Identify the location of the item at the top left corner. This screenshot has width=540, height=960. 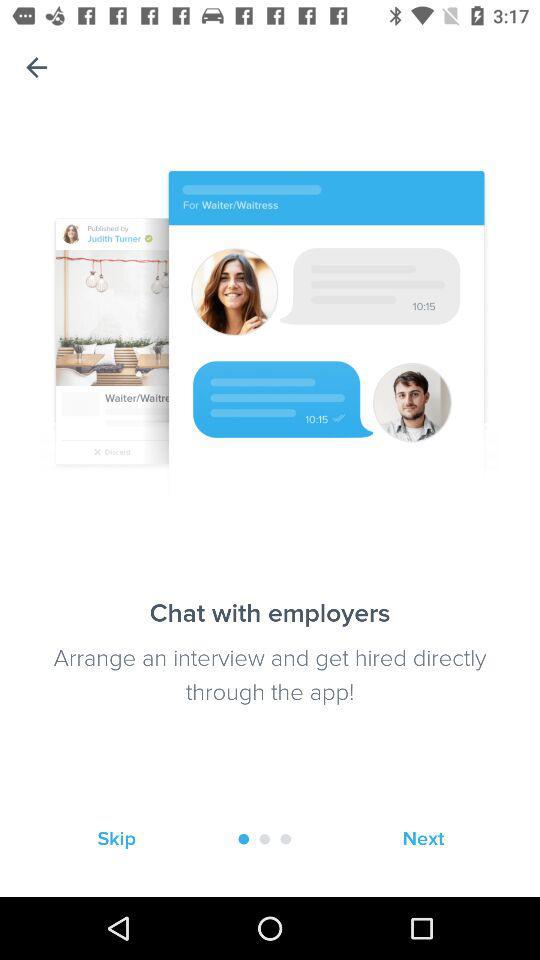
(36, 68).